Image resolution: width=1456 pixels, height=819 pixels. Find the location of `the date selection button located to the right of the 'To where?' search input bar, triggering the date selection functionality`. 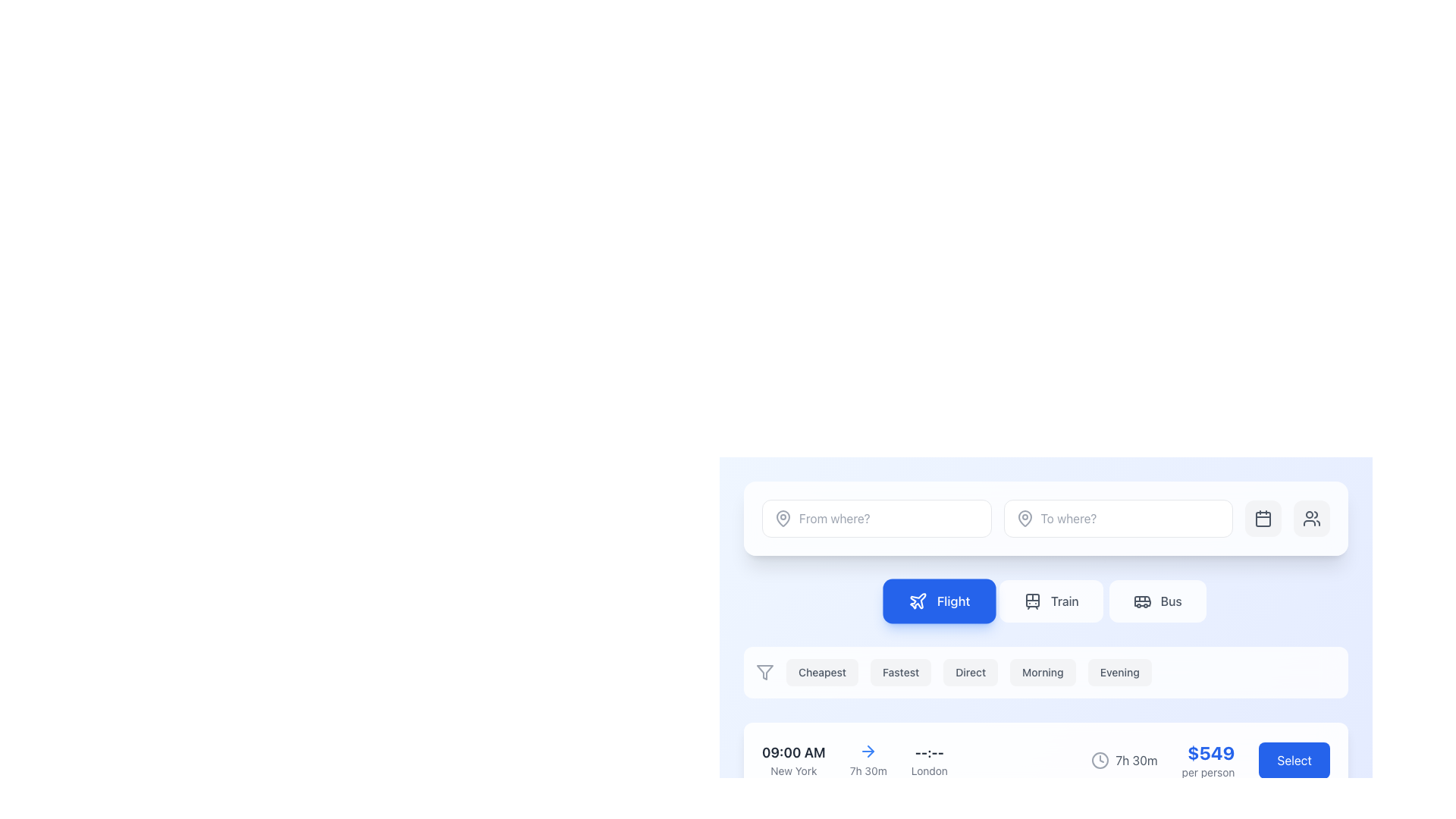

the date selection button located to the right of the 'To where?' search input bar, triggering the date selection functionality is located at coordinates (1263, 517).